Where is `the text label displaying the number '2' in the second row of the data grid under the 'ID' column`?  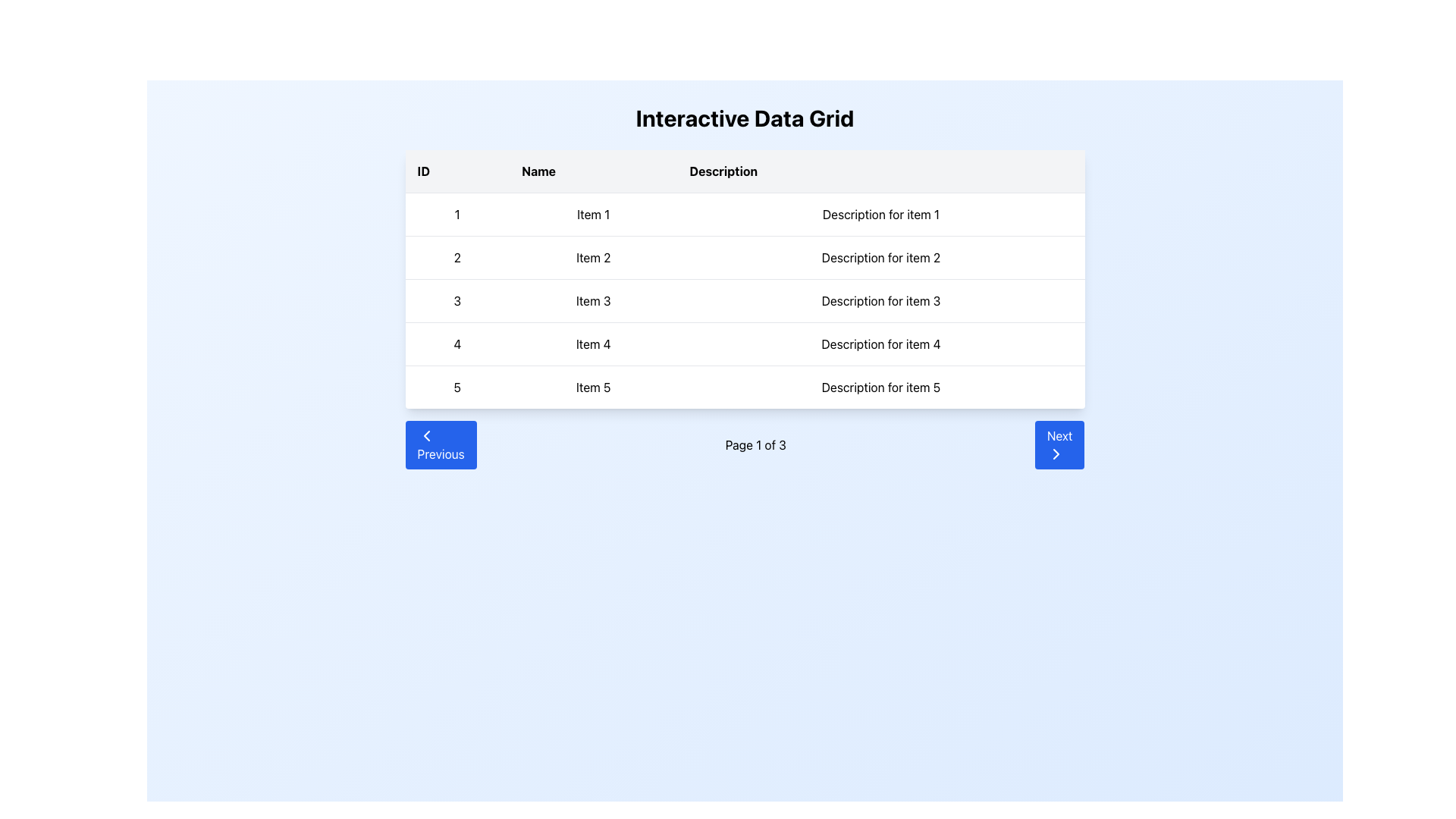
the text label displaying the number '2' in the second row of the data grid under the 'ID' column is located at coordinates (457, 256).